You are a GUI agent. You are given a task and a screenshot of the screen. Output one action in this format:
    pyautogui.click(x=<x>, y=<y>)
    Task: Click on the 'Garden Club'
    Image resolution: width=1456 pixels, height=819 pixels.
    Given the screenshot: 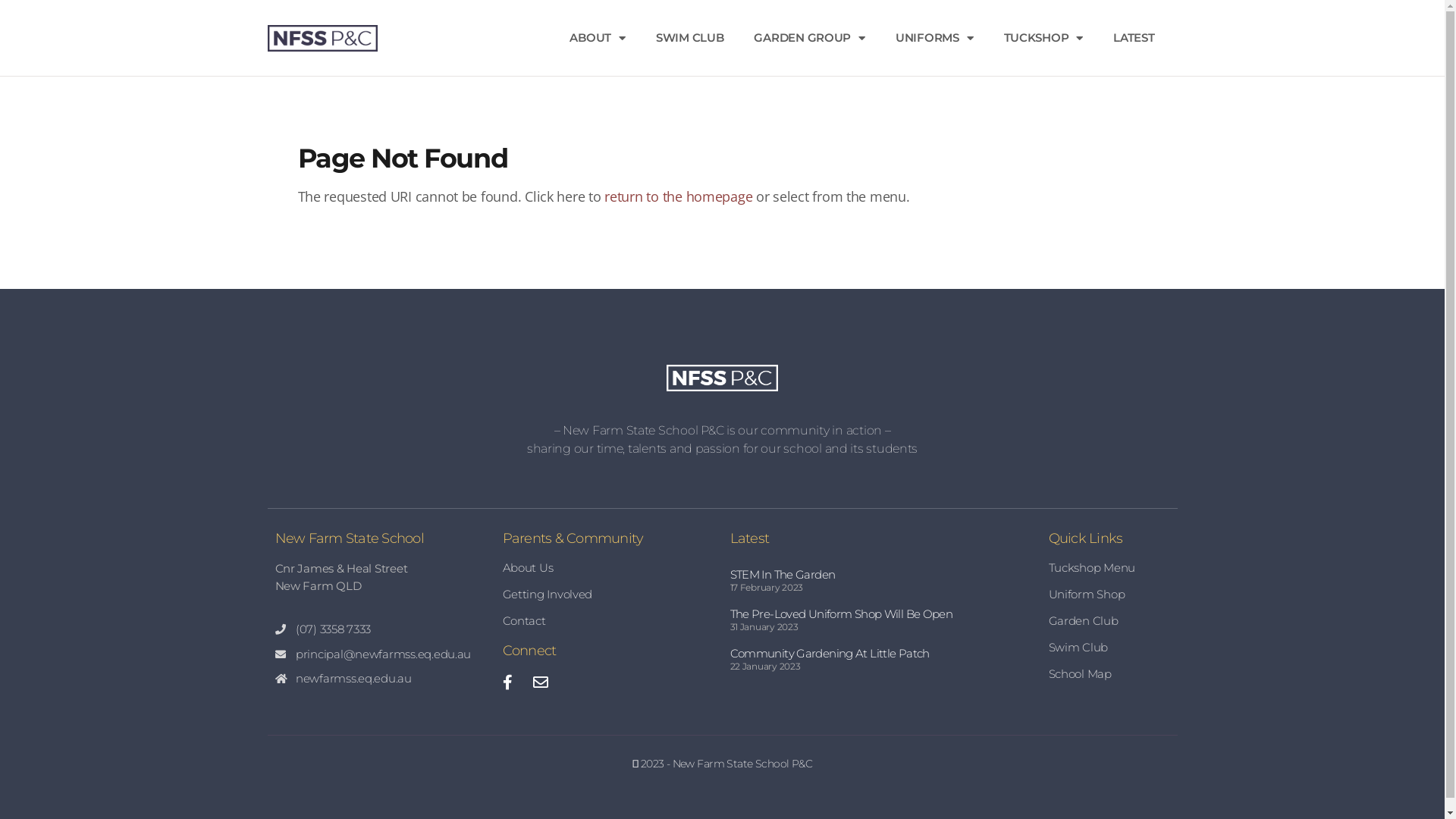 What is the action you would take?
    pyautogui.click(x=1109, y=620)
    